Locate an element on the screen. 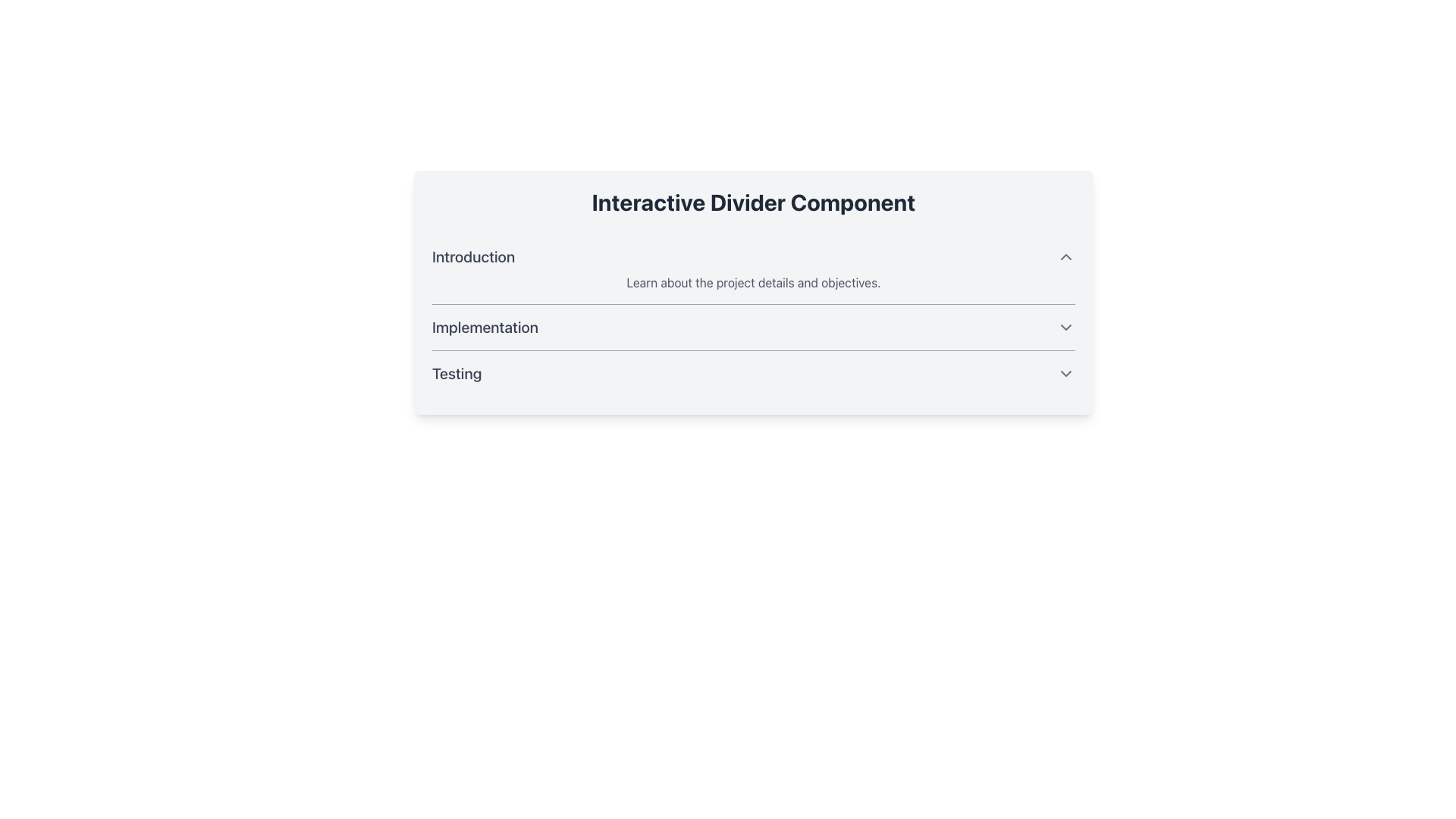  the Text Label displaying the word 'Introduction' in large, bold, dark-gray font located at the upper-left area of a section header is located at coordinates (472, 256).